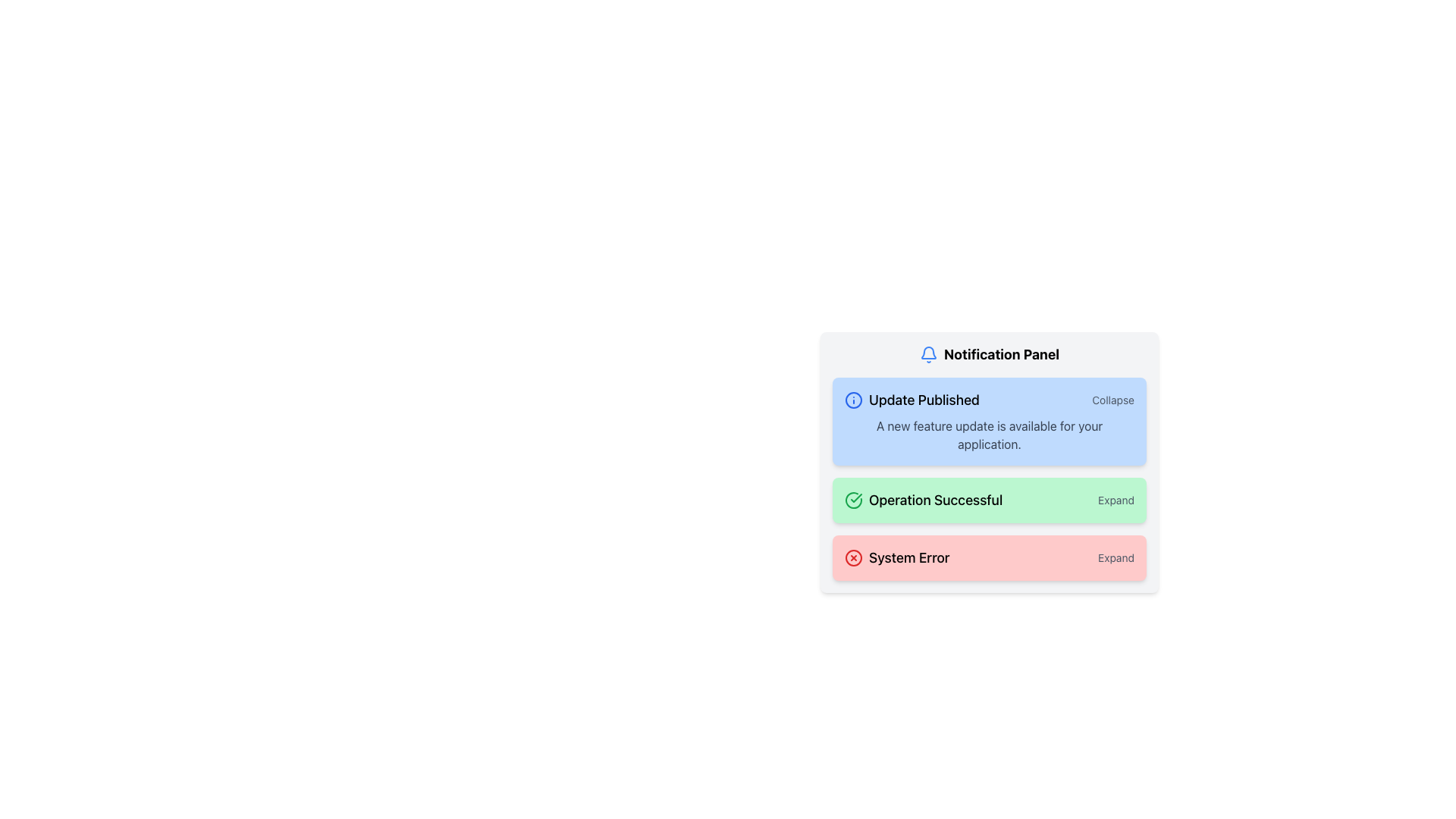 The height and width of the screenshot is (819, 1456). Describe the element at coordinates (990, 558) in the screenshot. I see `the 'Expand' link on the error notification card located in the bottom section of the notification panel` at that location.